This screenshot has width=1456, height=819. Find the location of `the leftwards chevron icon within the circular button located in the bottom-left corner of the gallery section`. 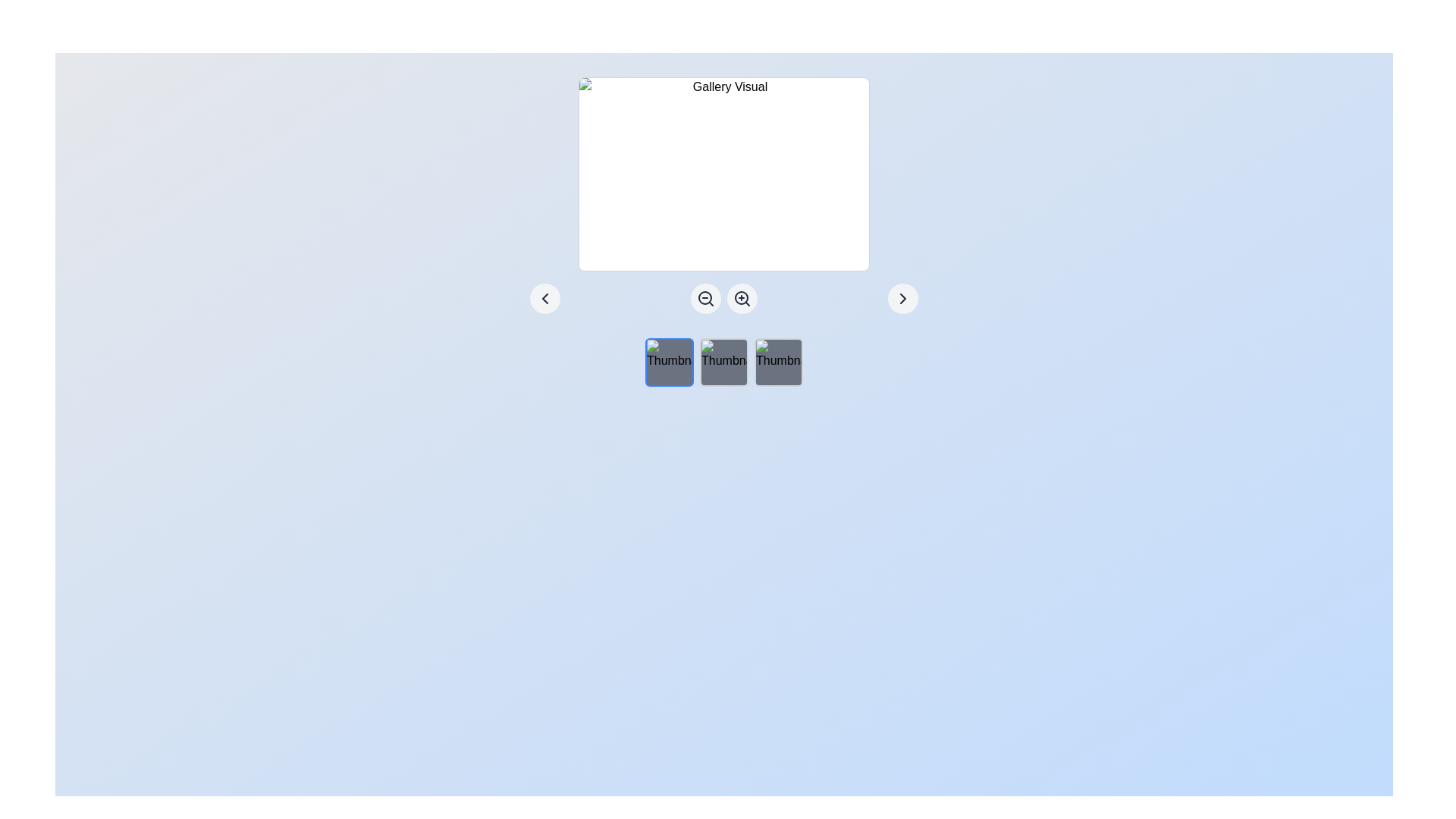

the leftwards chevron icon within the circular button located in the bottom-left corner of the gallery section is located at coordinates (545, 298).